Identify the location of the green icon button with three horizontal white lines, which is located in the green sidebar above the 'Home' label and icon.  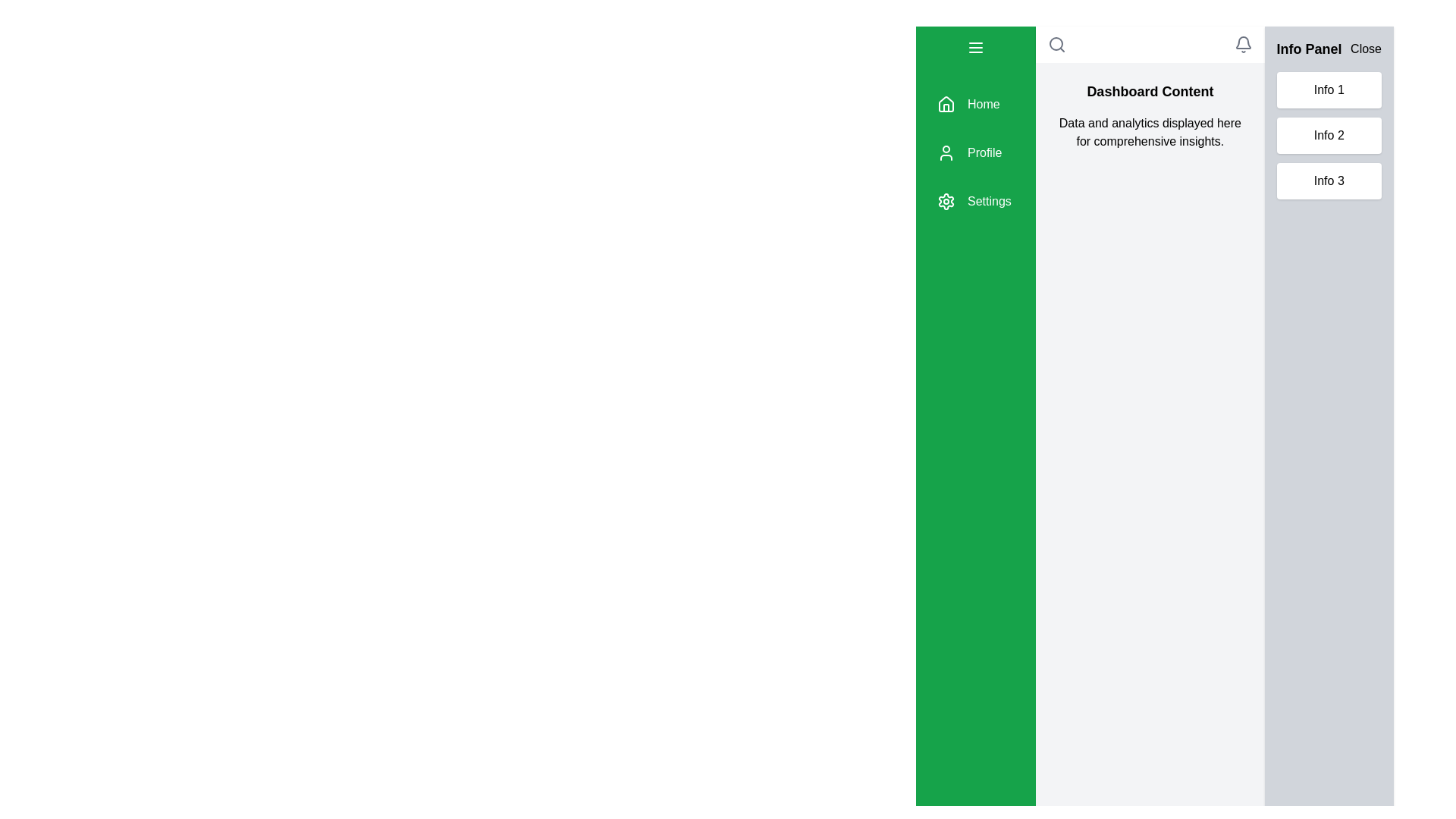
(976, 49).